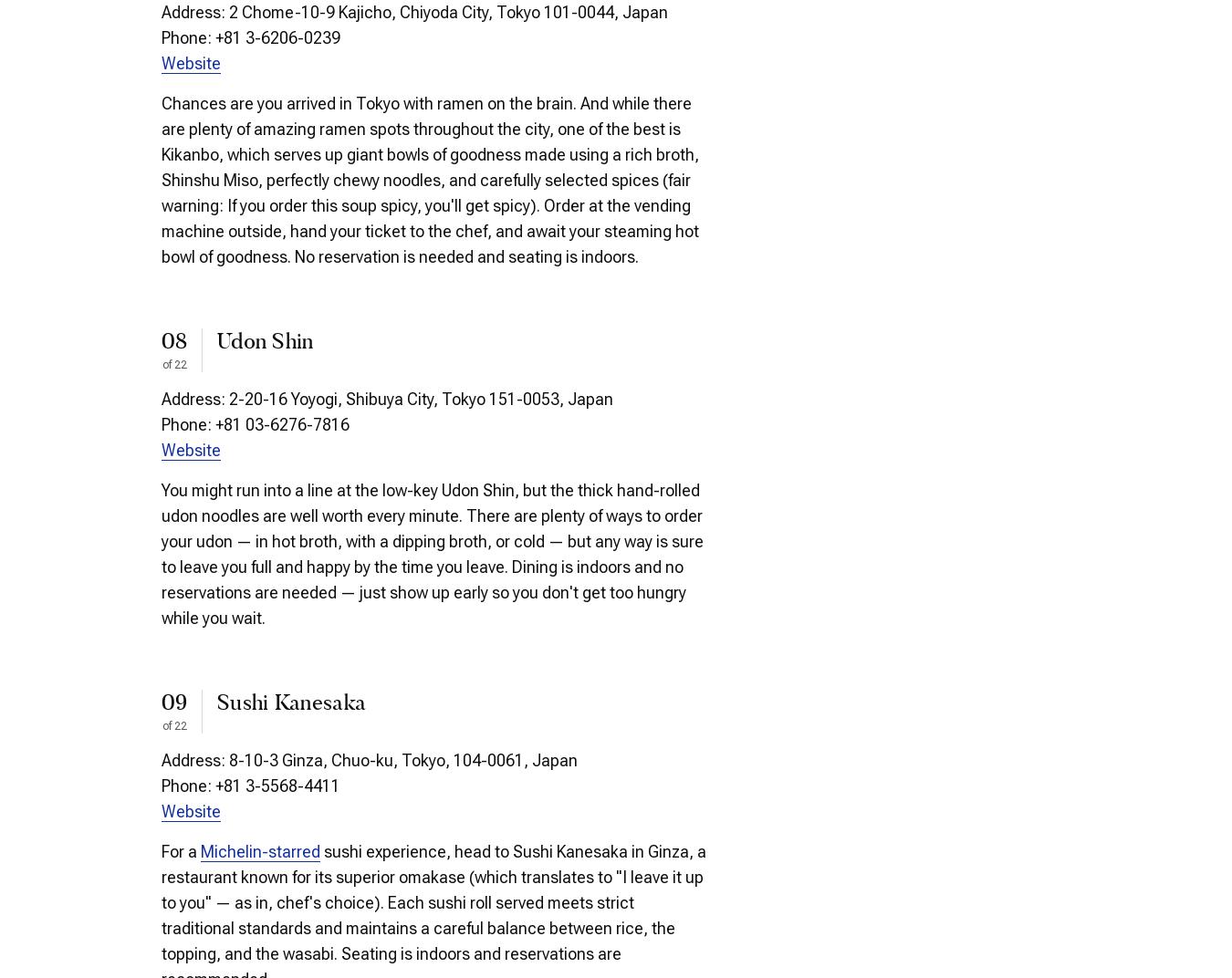 The width and height of the screenshot is (1232, 978). I want to click on 'Address: 2 Chome-10-9 Kajicho, Chiyoda City, Tokyo 101-0044, Japan', so click(413, 10).